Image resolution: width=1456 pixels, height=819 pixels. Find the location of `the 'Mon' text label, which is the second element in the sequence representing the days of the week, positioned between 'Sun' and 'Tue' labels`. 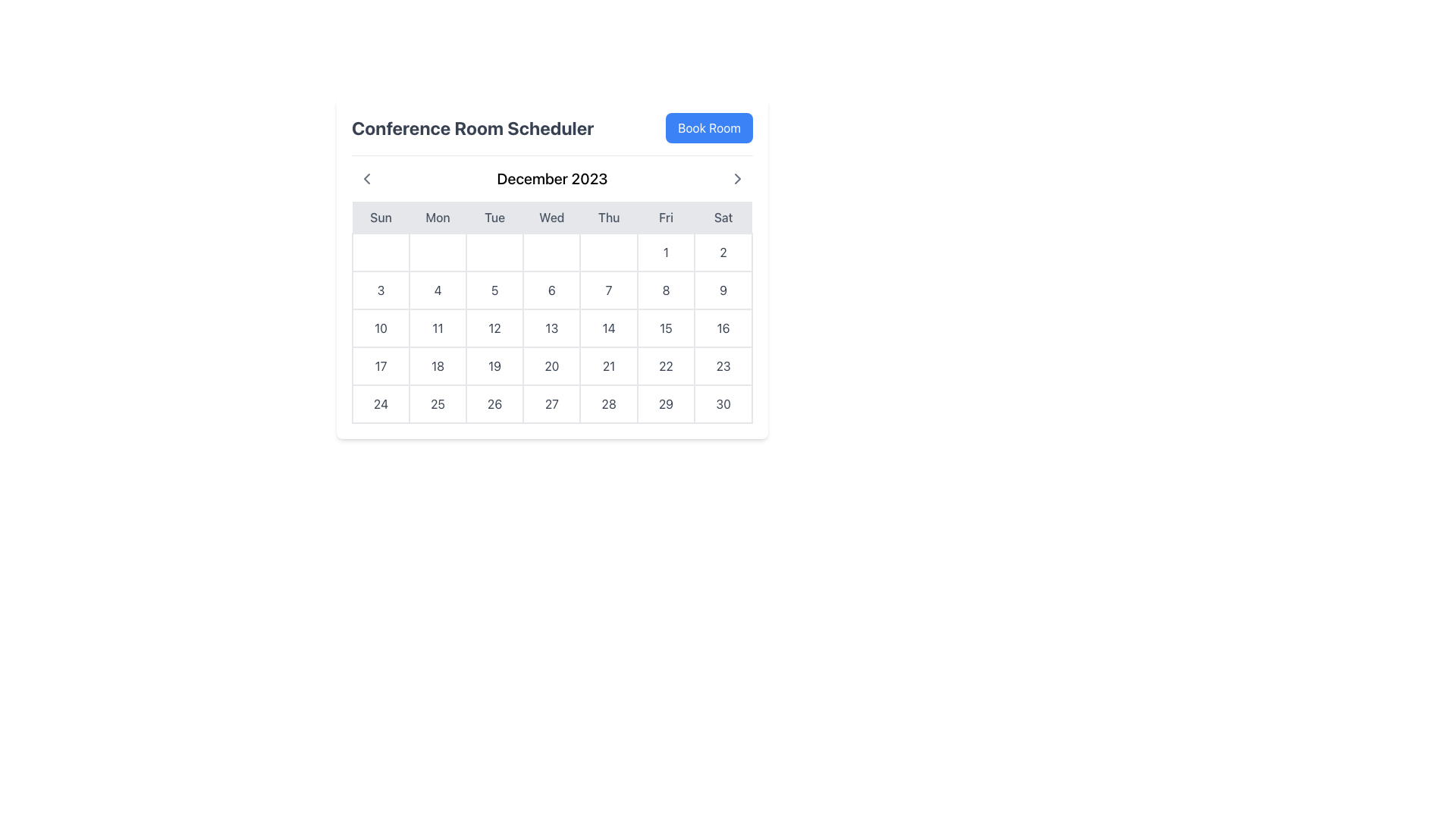

the 'Mon' text label, which is the second element in the sequence representing the days of the week, positioned between 'Sun' and 'Tue' labels is located at coordinates (437, 218).